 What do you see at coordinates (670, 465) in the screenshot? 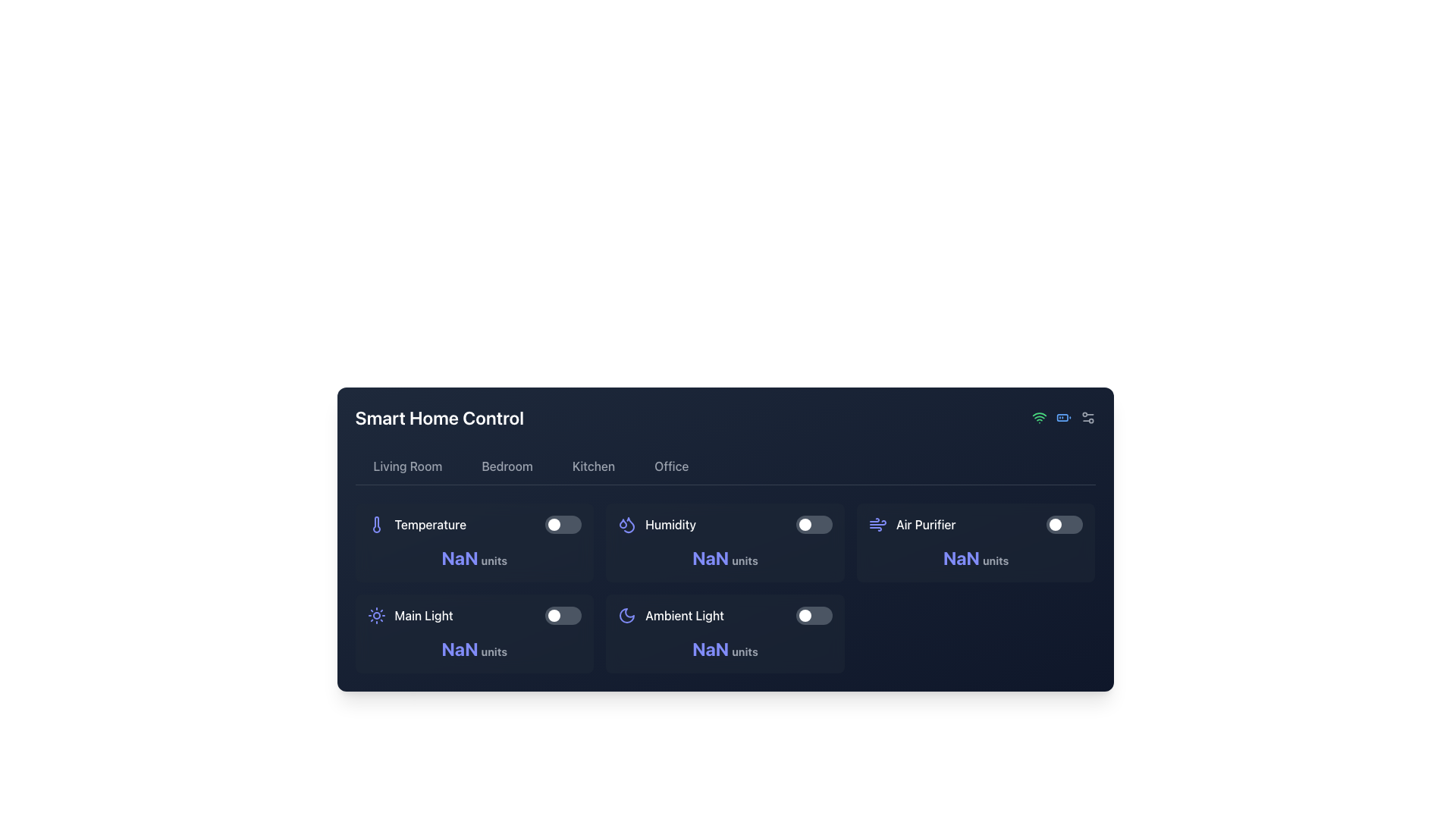
I see `the 'Office' button located in the header section` at bounding box center [670, 465].